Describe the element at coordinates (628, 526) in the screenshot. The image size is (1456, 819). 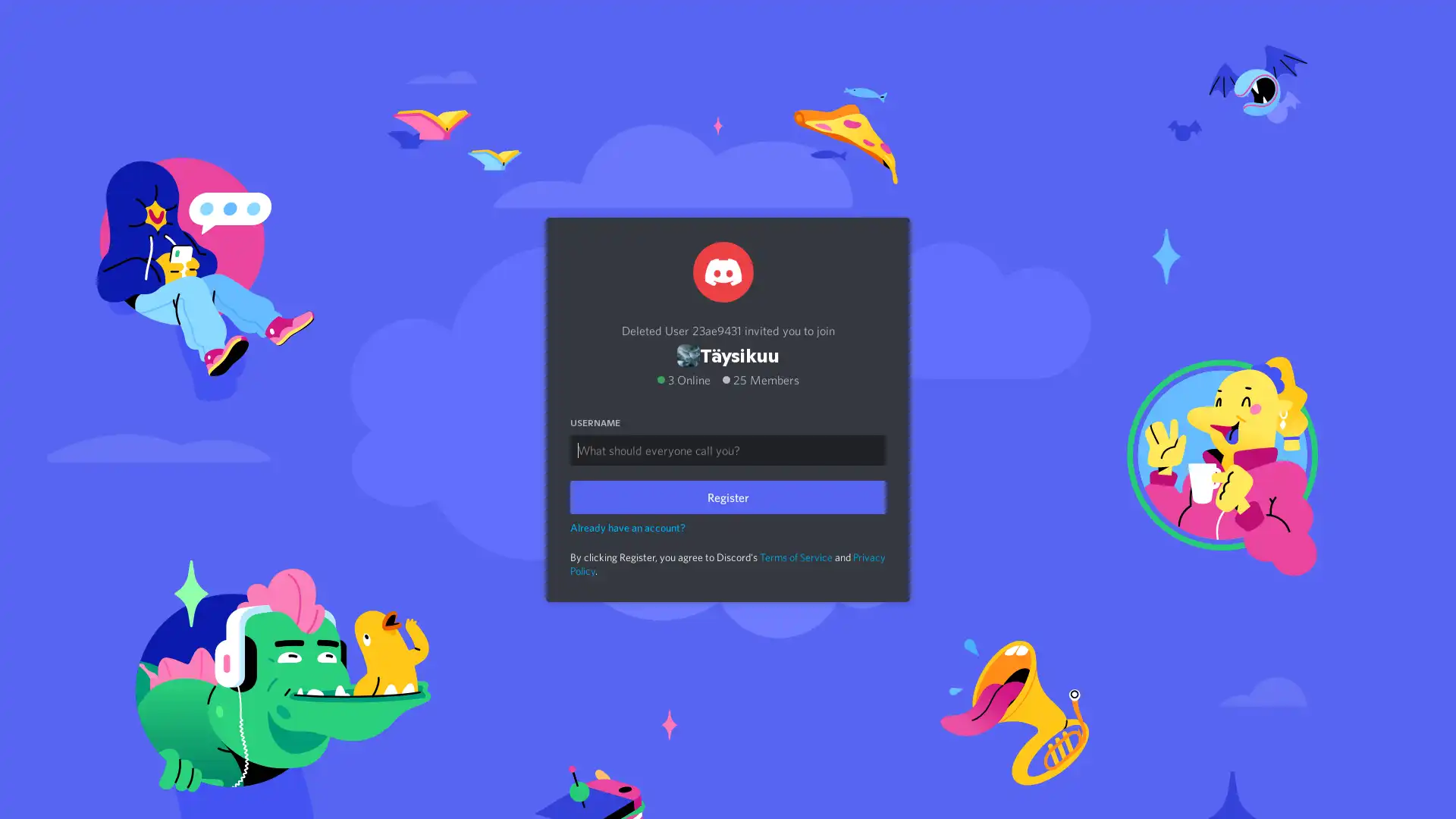
I see `Already have an account?` at that location.